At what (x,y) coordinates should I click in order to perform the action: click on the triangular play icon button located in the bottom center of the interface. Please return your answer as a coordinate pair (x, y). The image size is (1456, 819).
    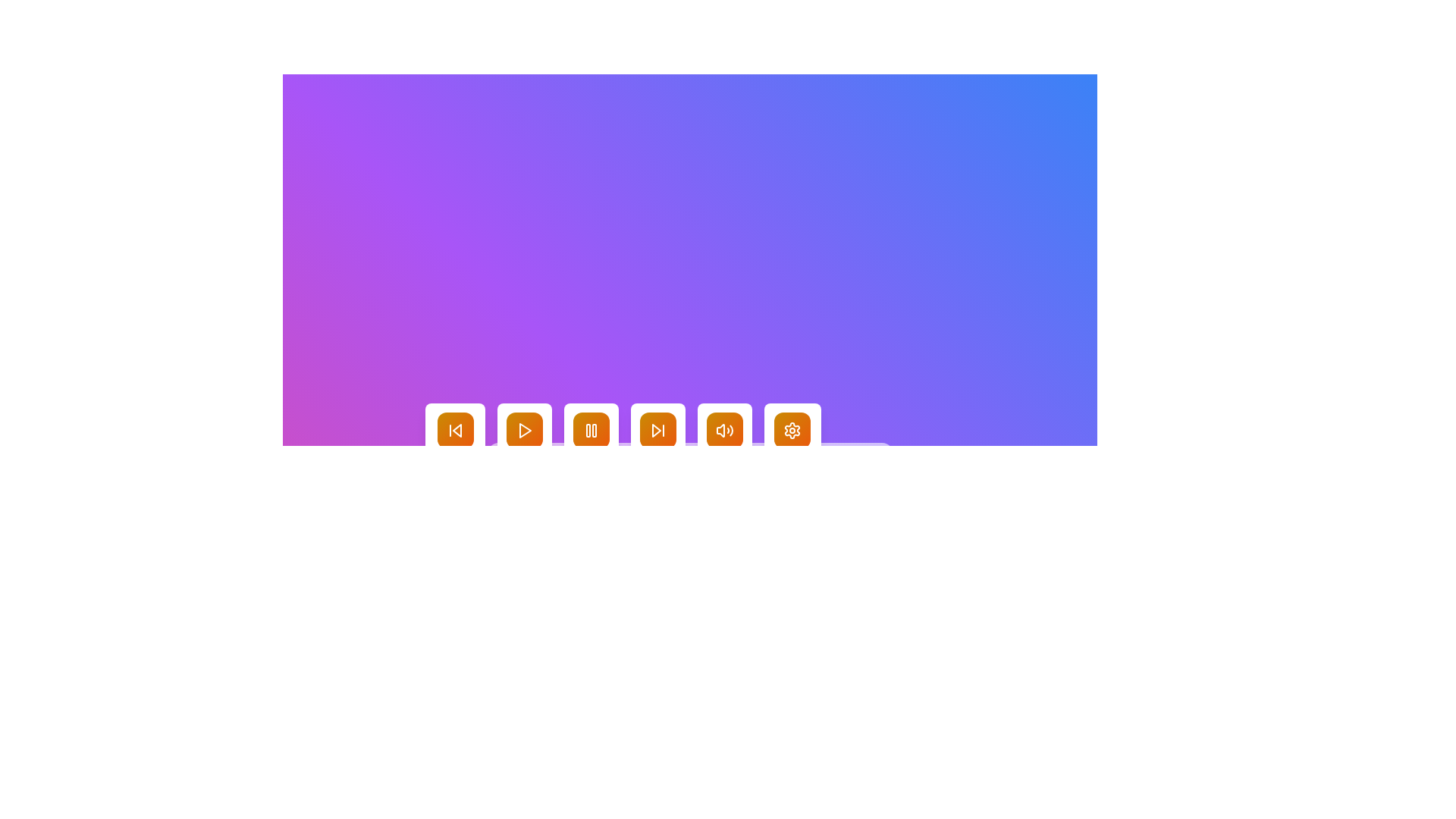
    Looking at the image, I should click on (524, 430).